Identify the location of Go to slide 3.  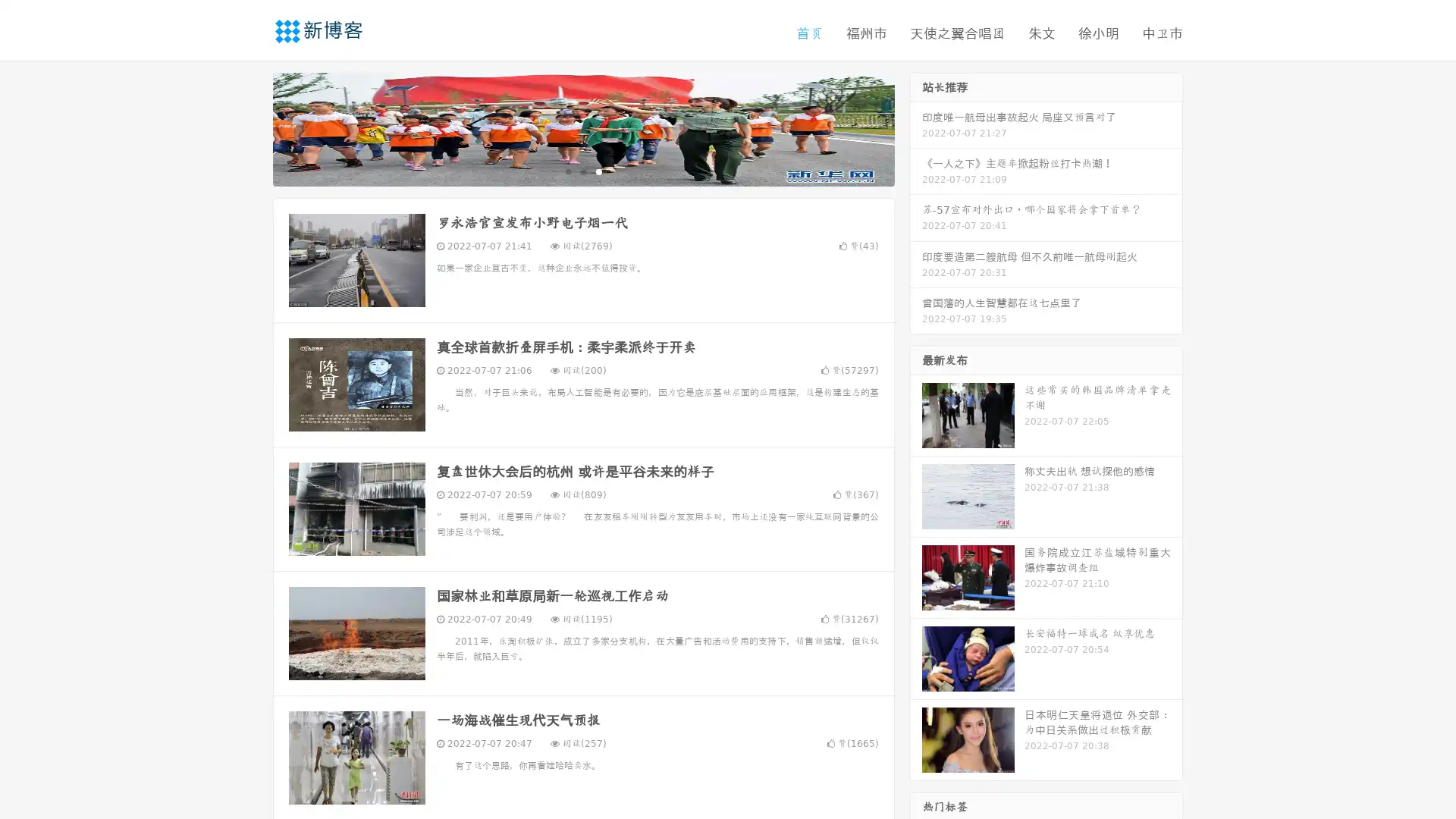
(598, 171).